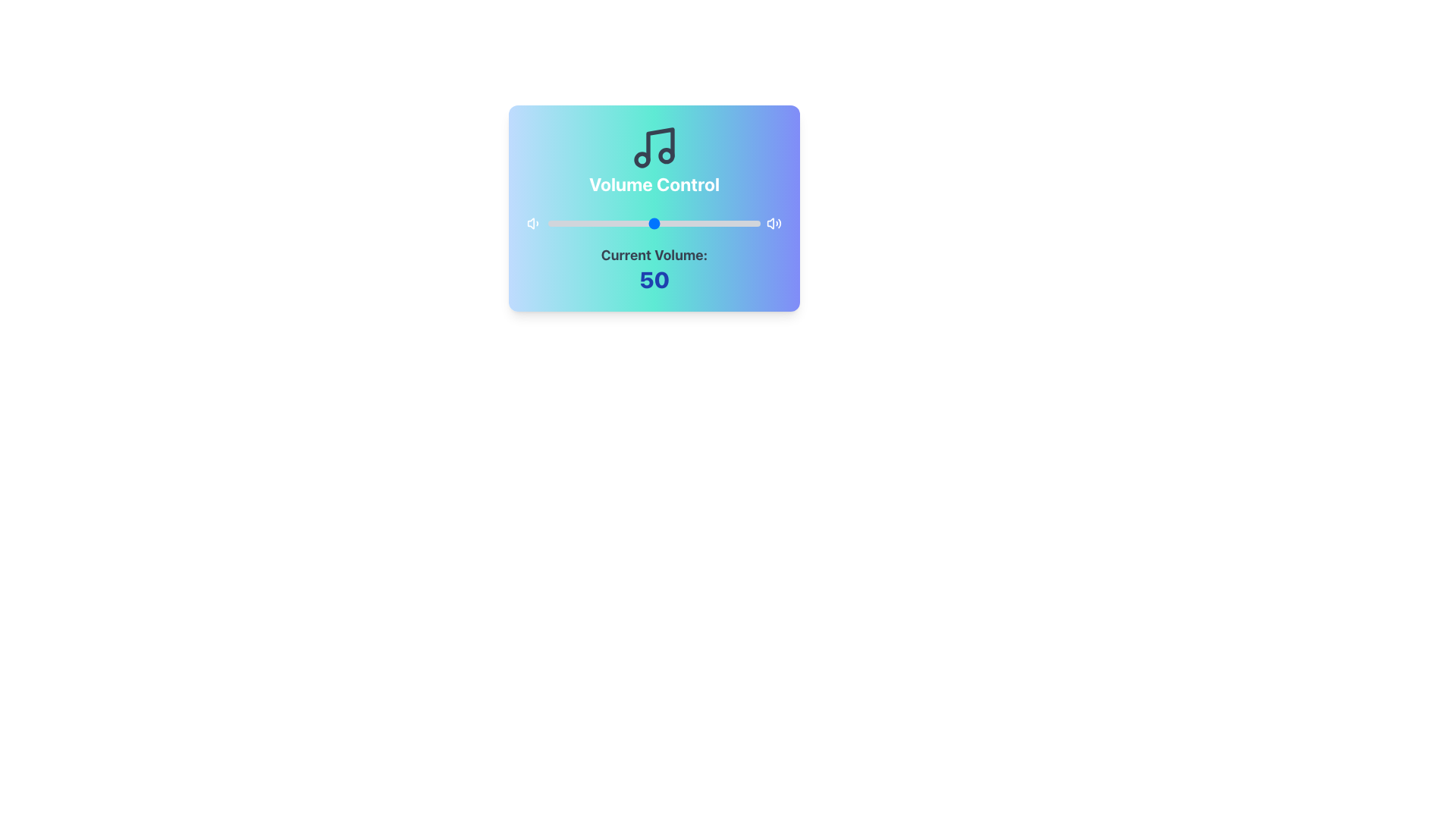 This screenshot has height=819, width=1456. I want to click on the volume, so click(706, 223).